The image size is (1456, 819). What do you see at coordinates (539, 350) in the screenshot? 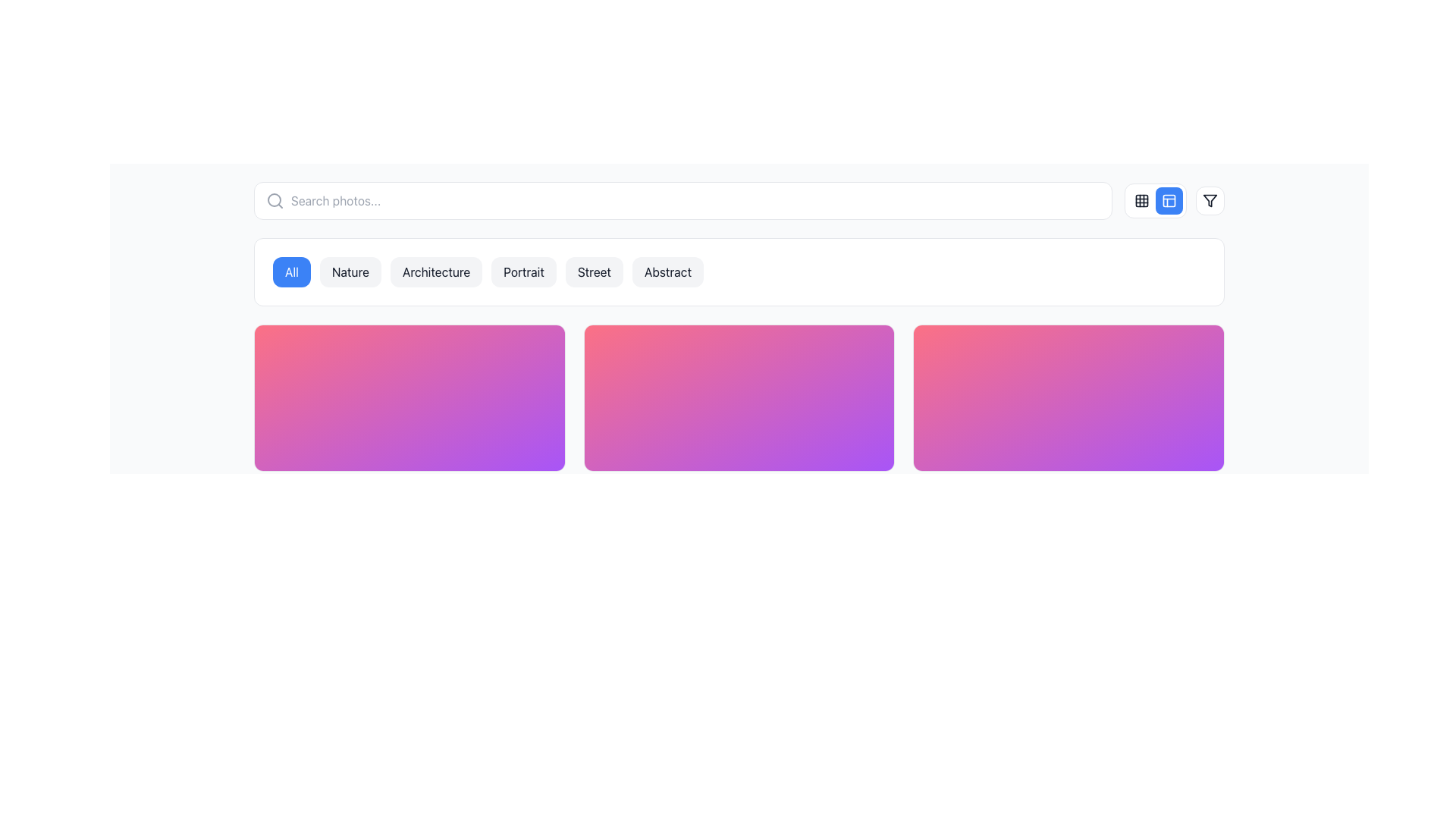
I see `the download button located in the top-right corner of the leftmost card in the horizontally aligned card layout to initiate the download action` at bounding box center [539, 350].